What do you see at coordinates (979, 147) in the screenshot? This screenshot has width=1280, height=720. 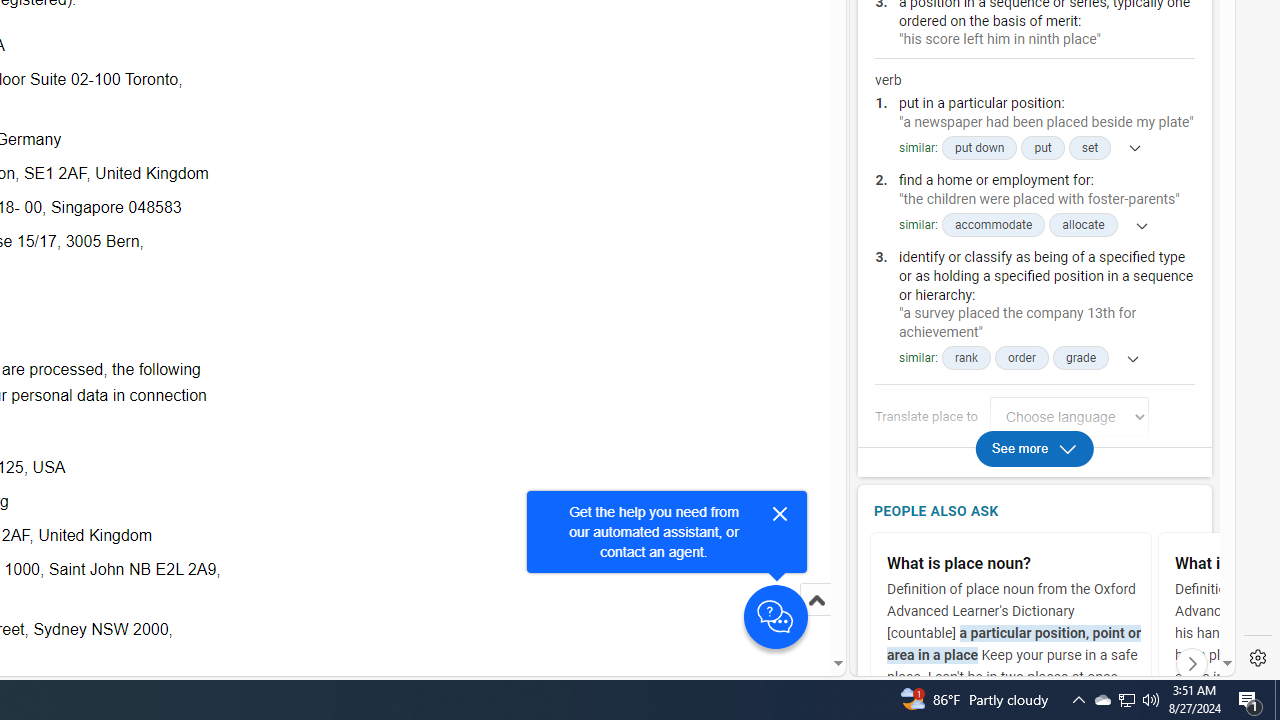 I see `'put down'` at bounding box center [979, 147].